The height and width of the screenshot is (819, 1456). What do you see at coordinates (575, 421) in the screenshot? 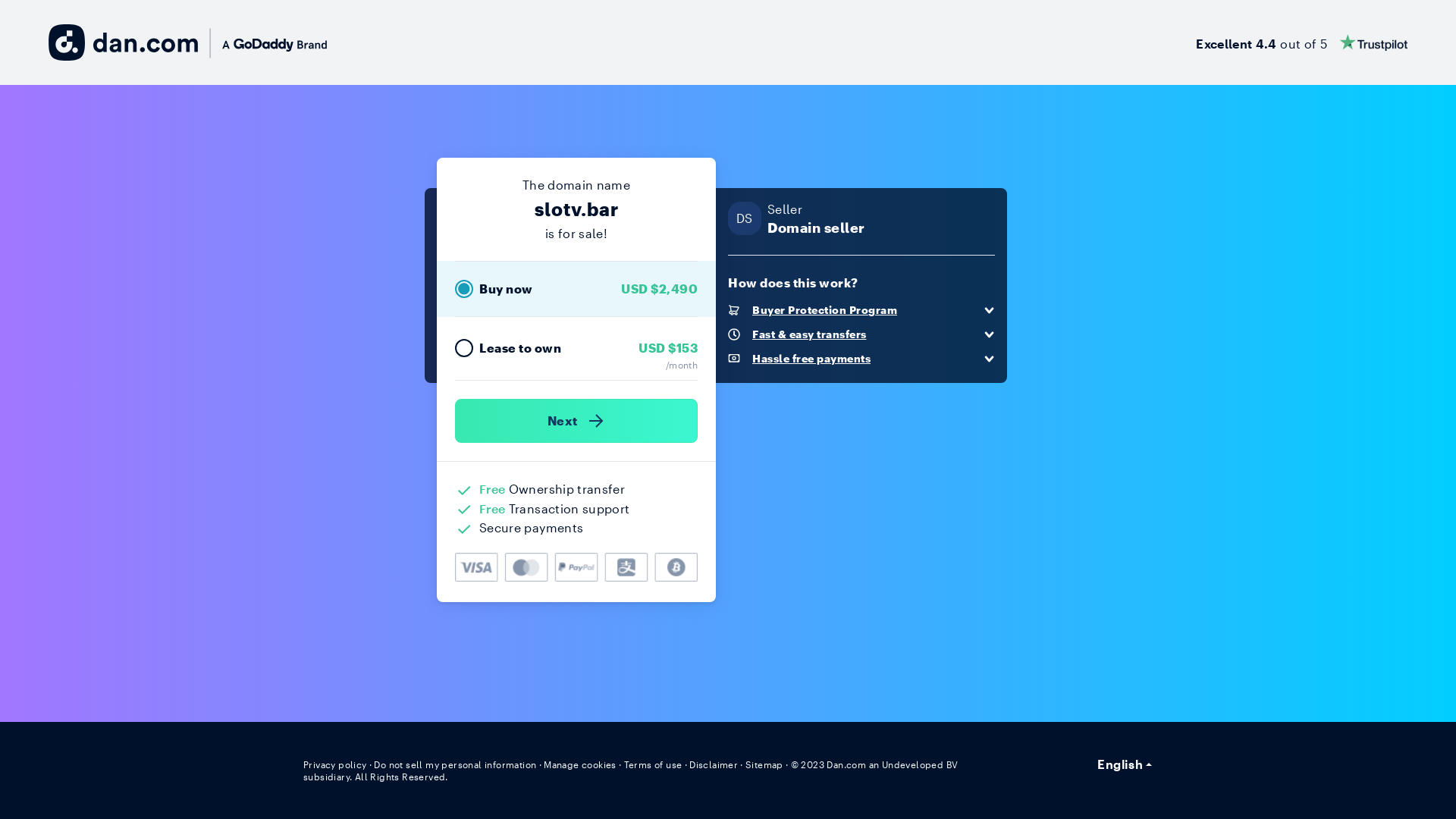
I see `'Next` at bounding box center [575, 421].